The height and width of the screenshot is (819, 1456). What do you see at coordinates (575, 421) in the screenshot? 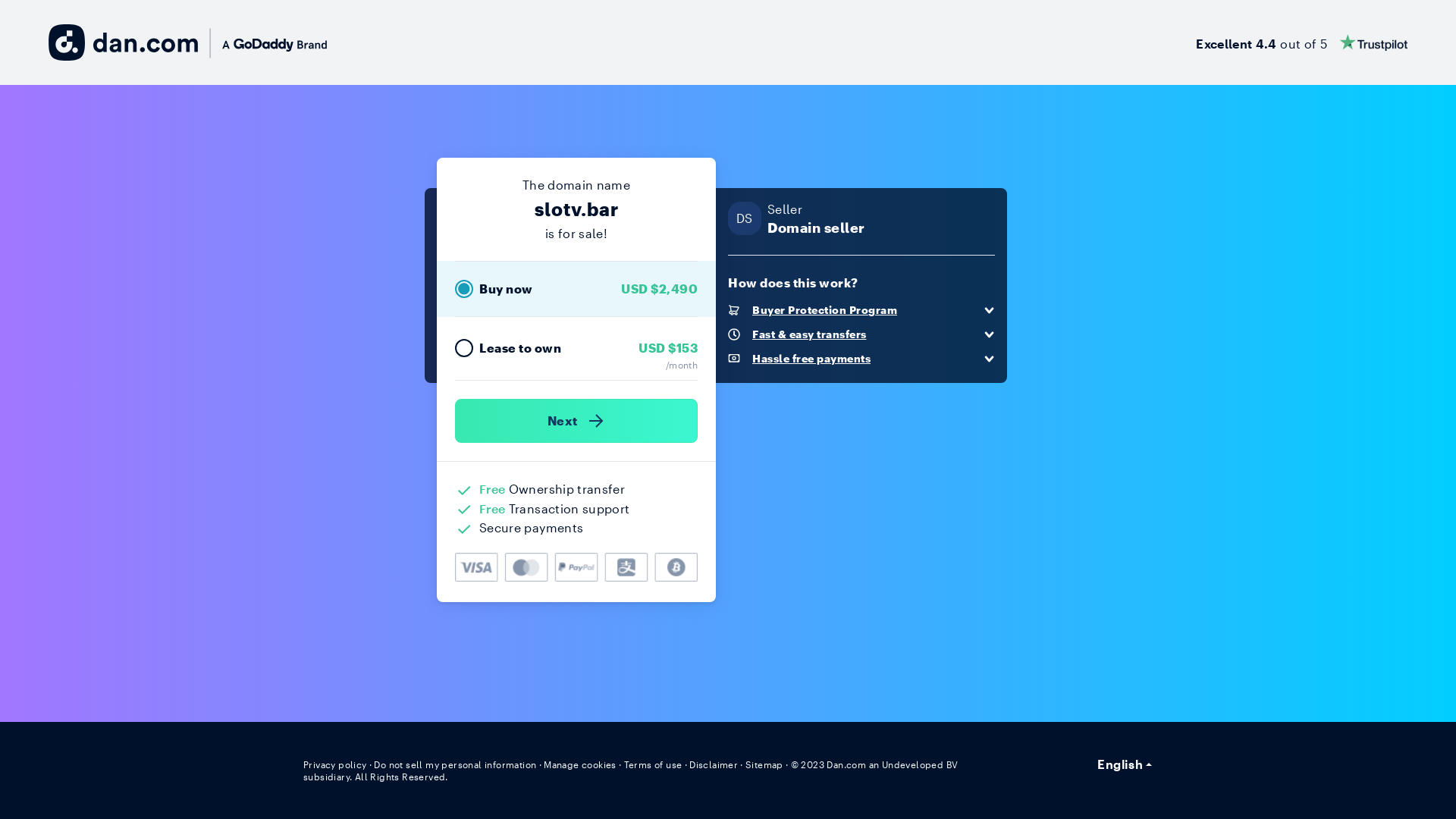
I see `'Next` at bounding box center [575, 421].